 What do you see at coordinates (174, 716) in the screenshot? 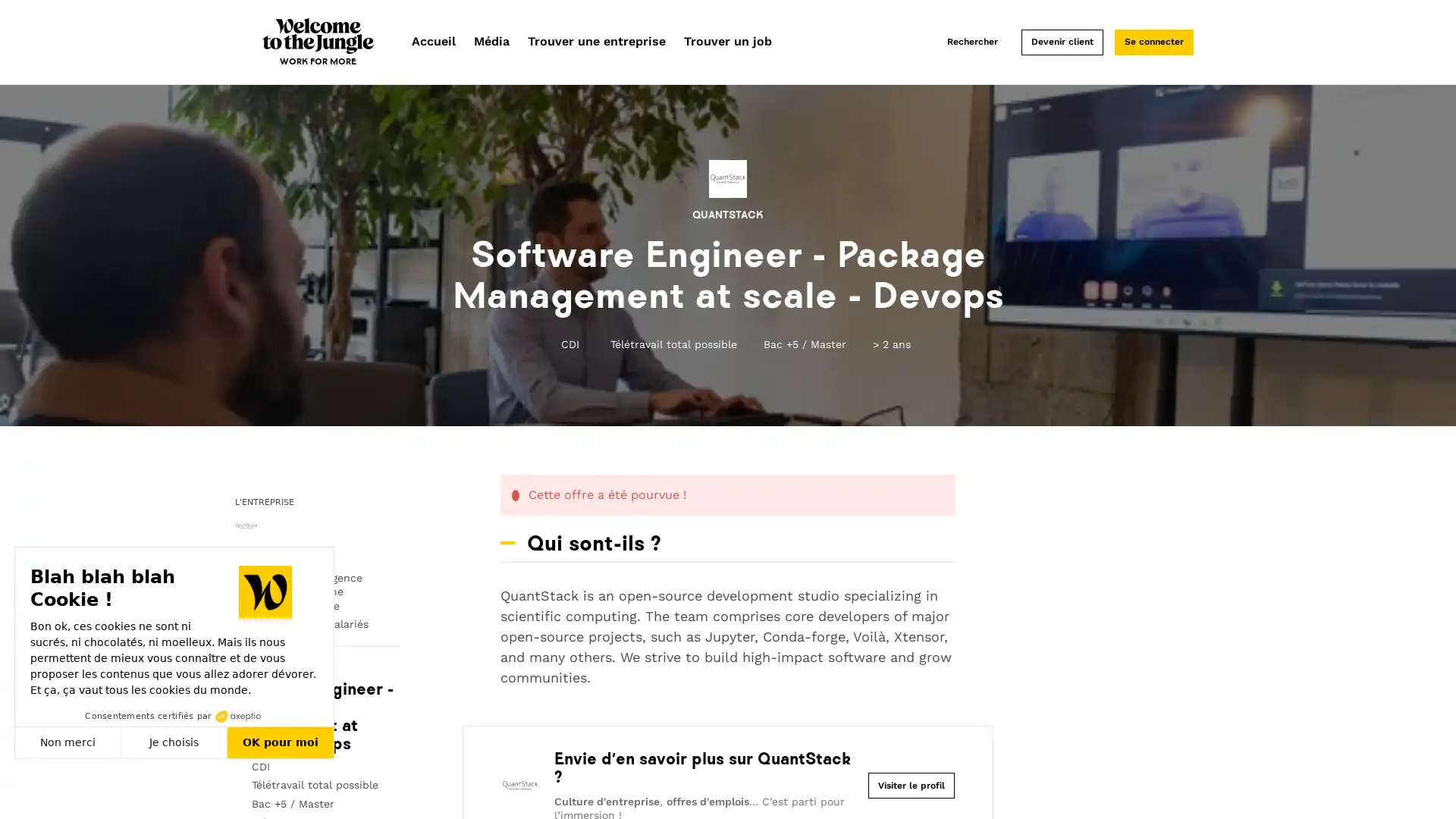
I see `Consentements certifies par` at bounding box center [174, 716].